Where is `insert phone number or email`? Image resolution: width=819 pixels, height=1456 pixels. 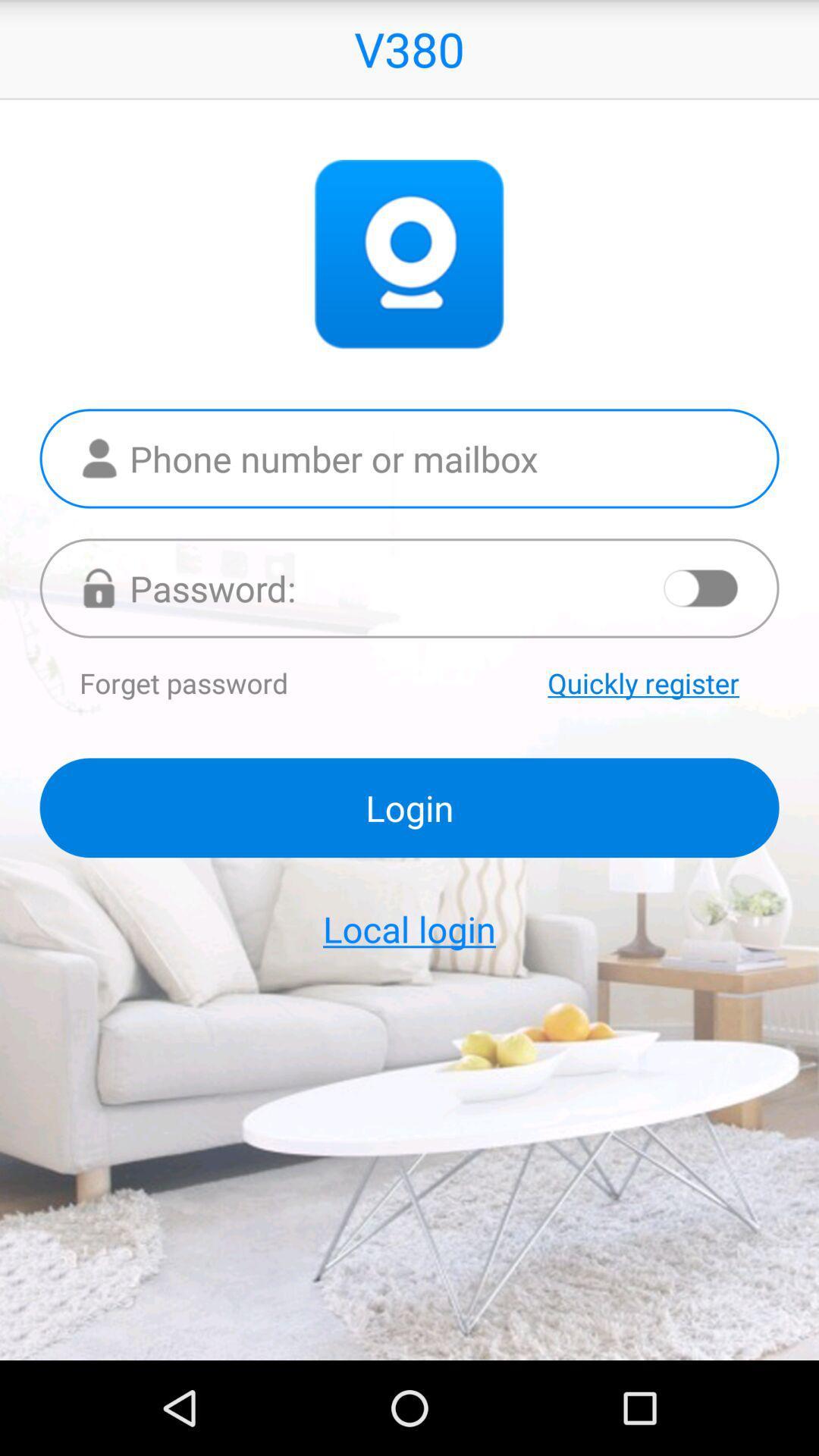
insert phone number or email is located at coordinates (409, 457).